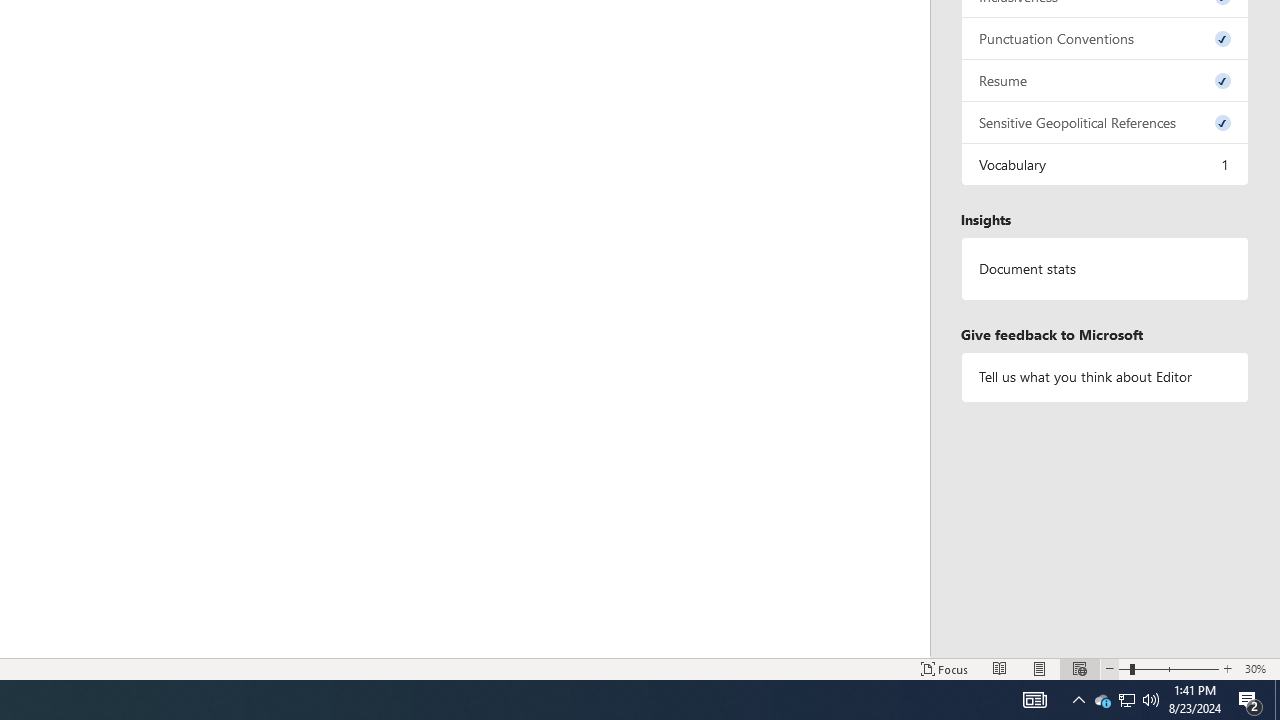  What do you see at coordinates (1226, 669) in the screenshot?
I see `'Zoom In'` at bounding box center [1226, 669].